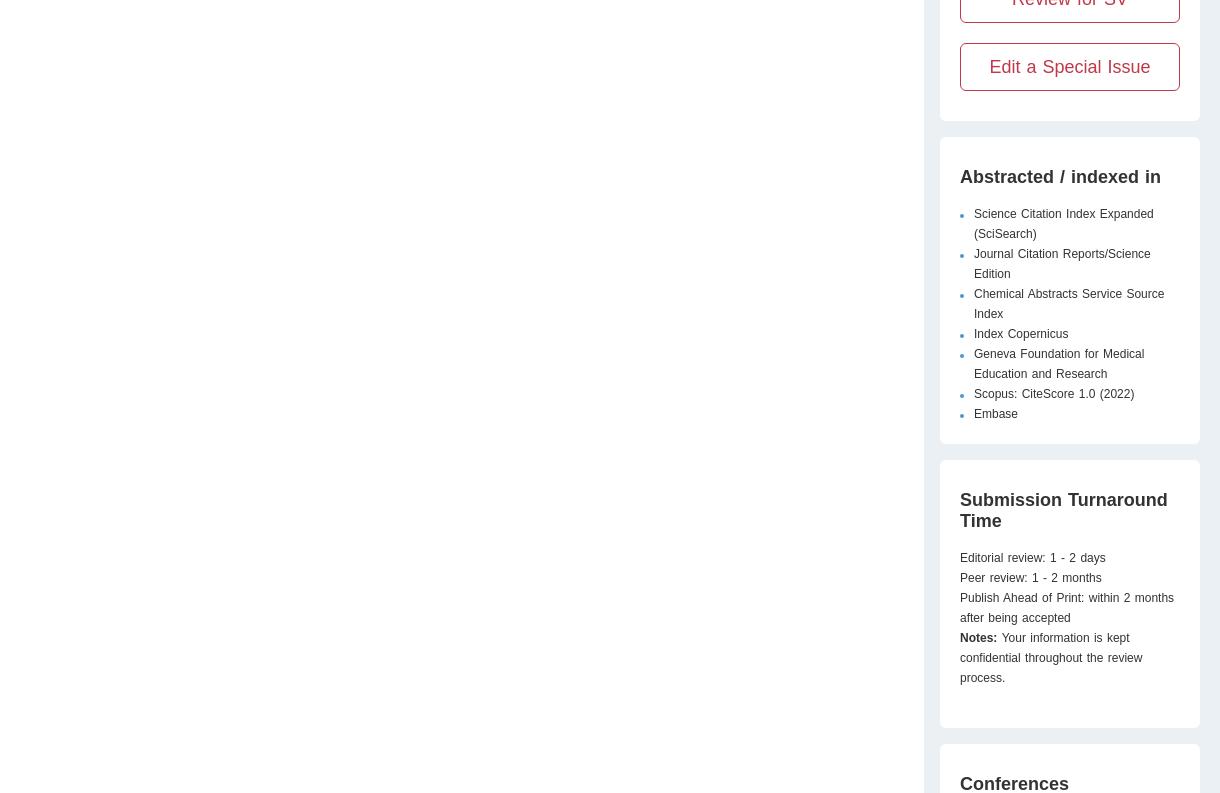 This screenshot has height=793, width=1220. What do you see at coordinates (1063, 224) in the screenshot?
I see `'Science Citation Index Expanded (SciSearch)'` at bounding box center [1063, 224].